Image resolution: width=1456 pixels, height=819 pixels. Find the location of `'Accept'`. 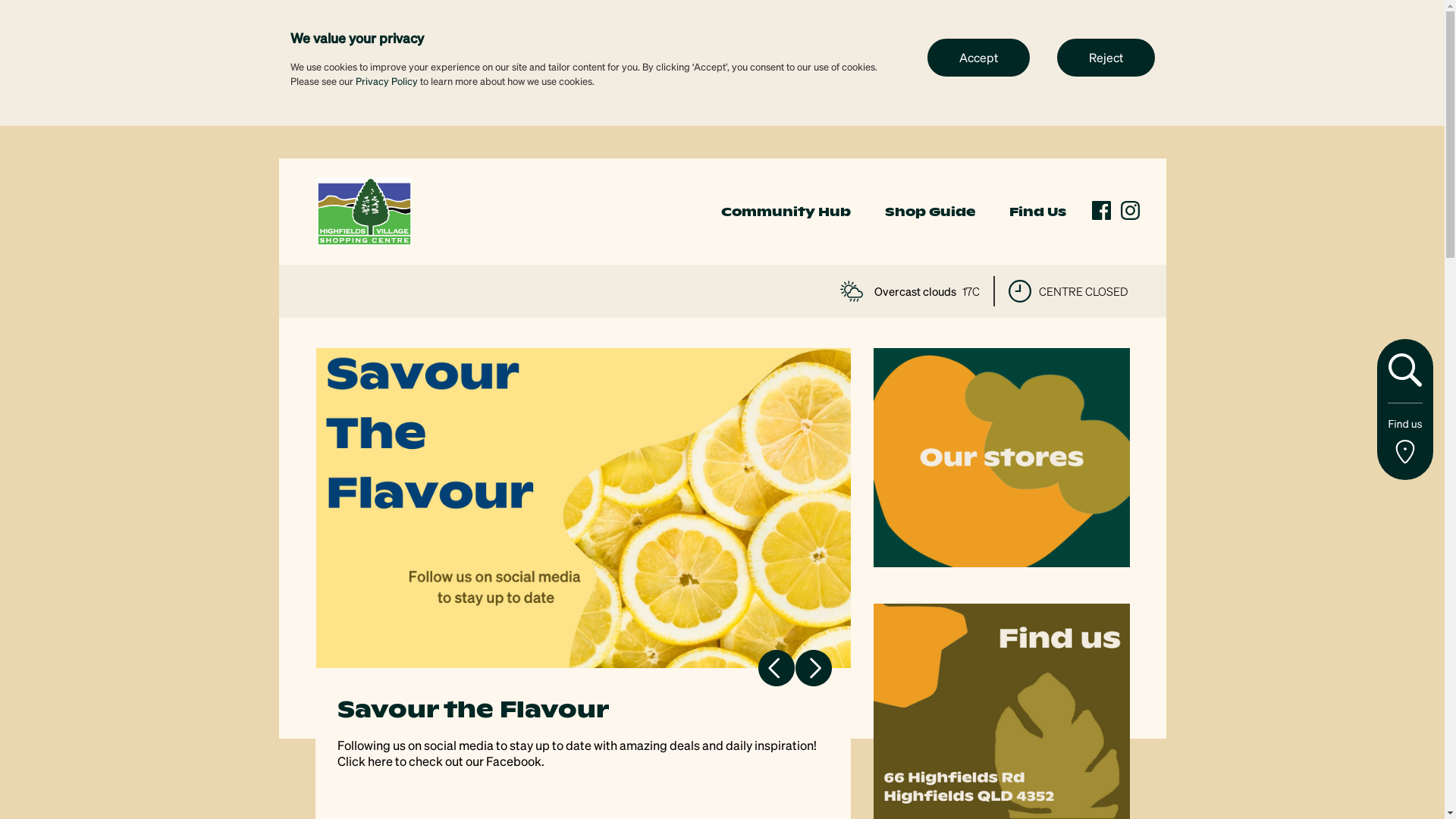

'Accept' is located at coordinates (977, 55).